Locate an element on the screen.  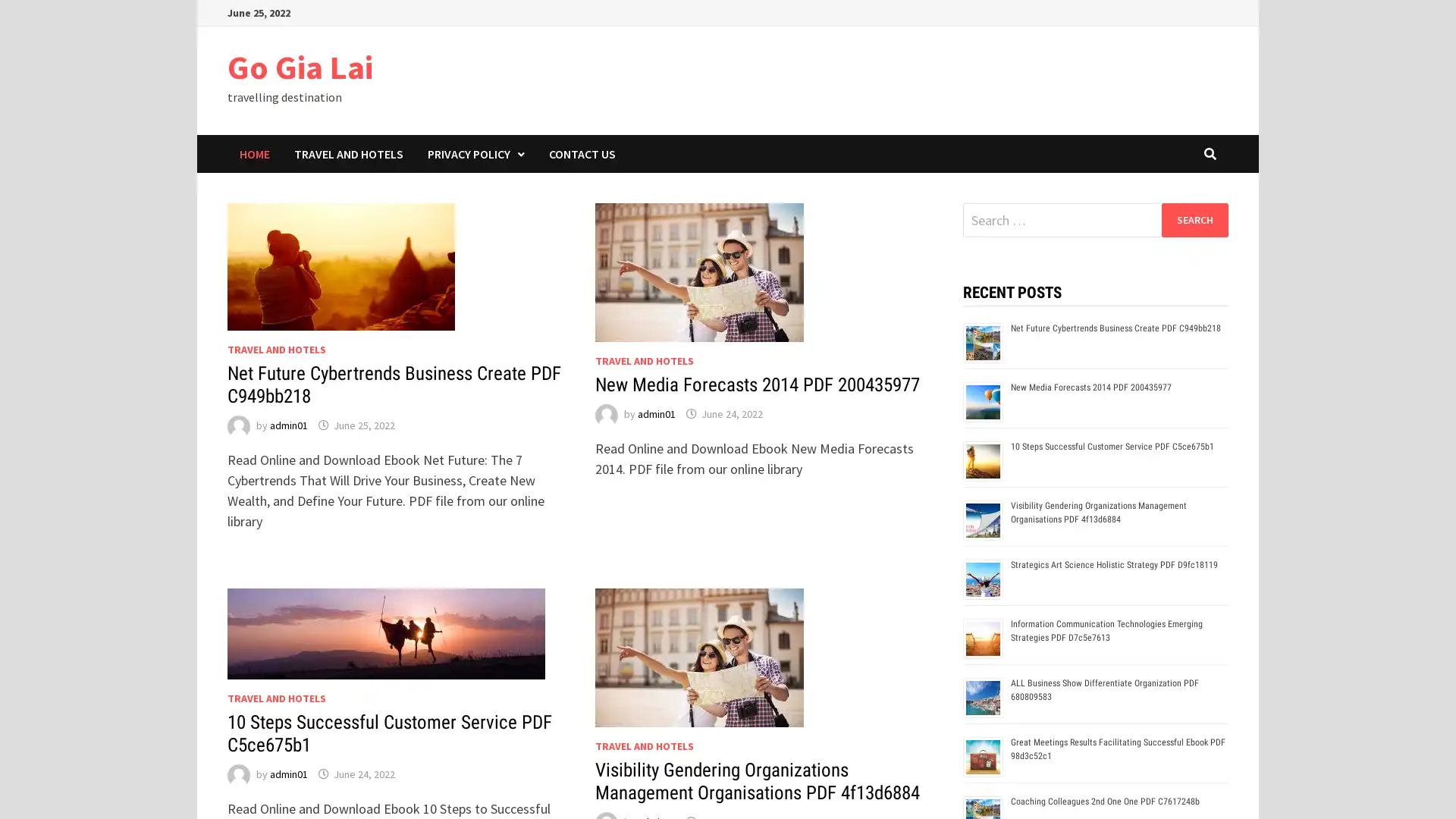
Search is located at coordinates (1194, 219).